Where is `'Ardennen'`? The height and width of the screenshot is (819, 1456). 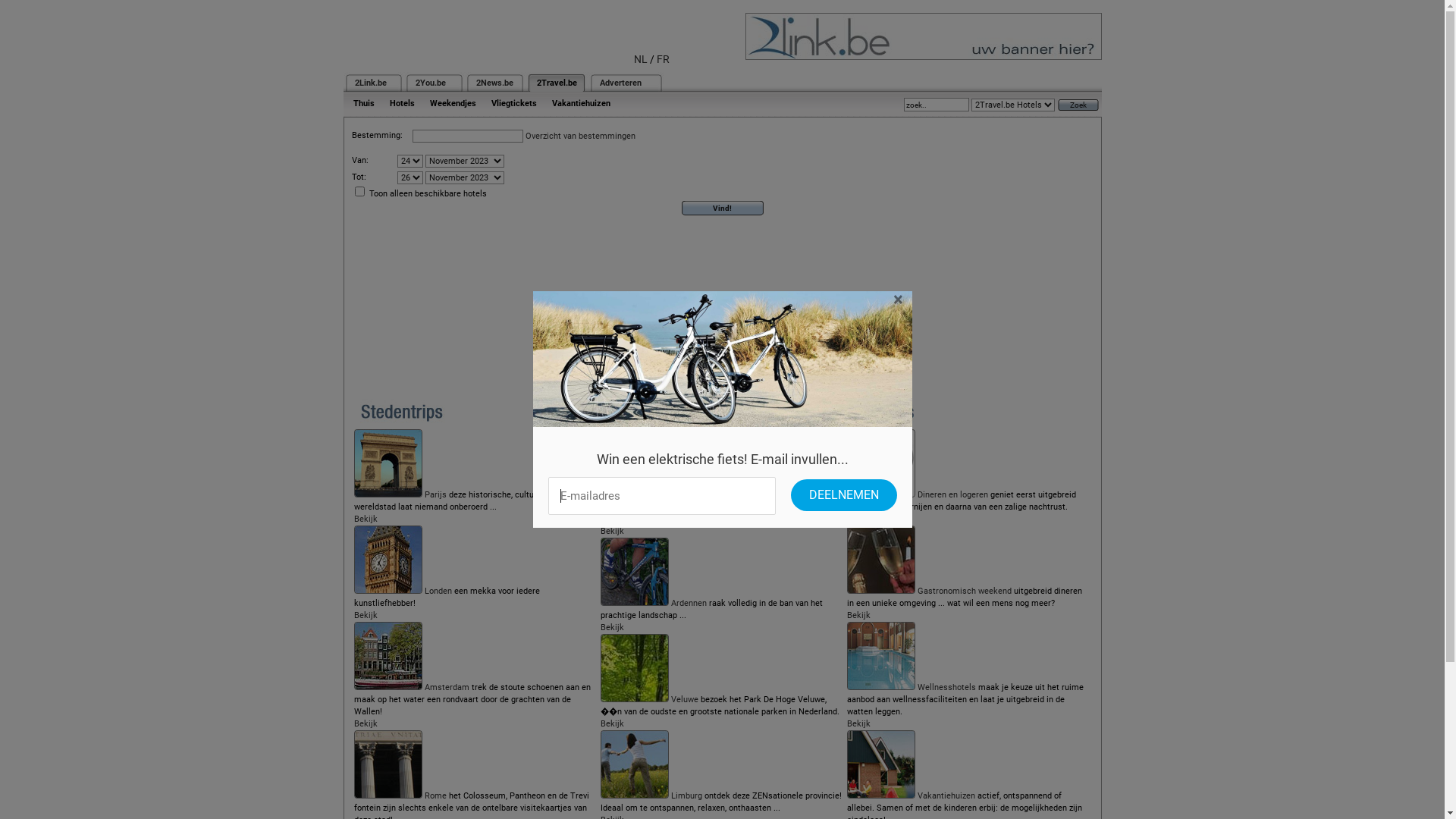
'Ardennen' is located at coordinates (688, 602).